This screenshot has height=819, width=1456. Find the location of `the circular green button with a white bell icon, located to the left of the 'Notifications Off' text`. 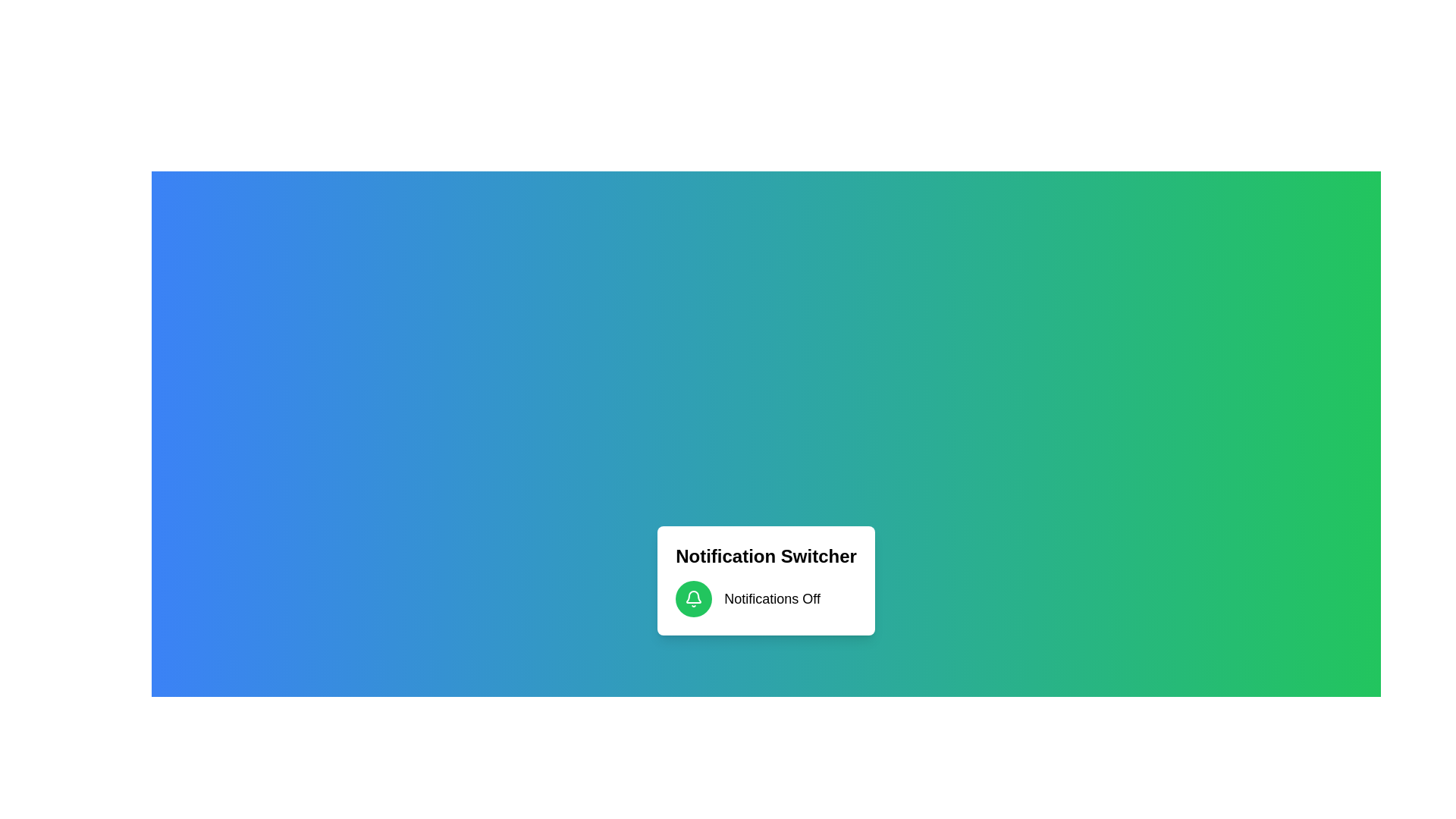

the circular green button with a white bell icon, located to the left of the 'Notifications Off' text is located at coordinates (693, 598).